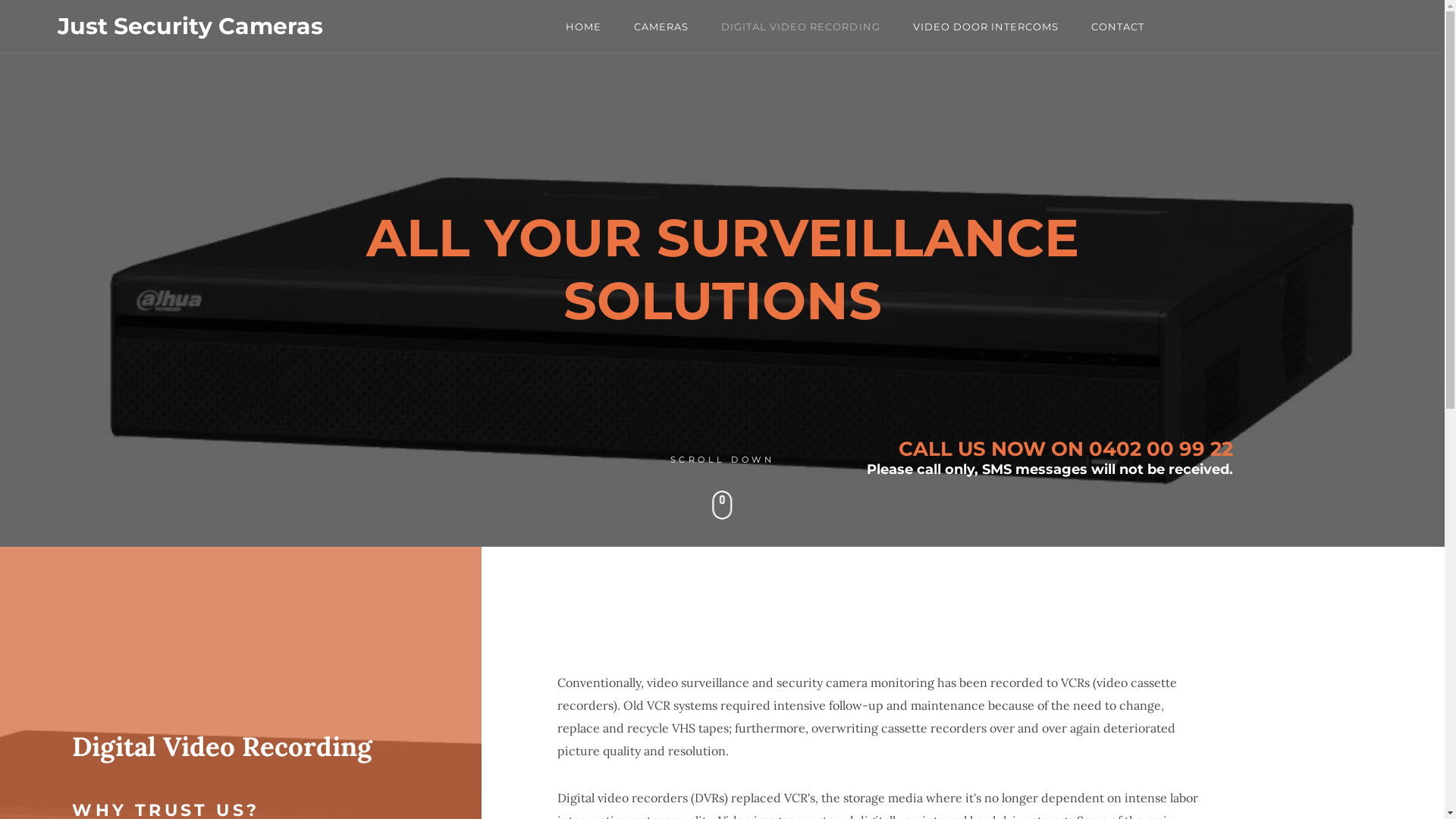  I want to click on 'HOME', so click(582, 26).